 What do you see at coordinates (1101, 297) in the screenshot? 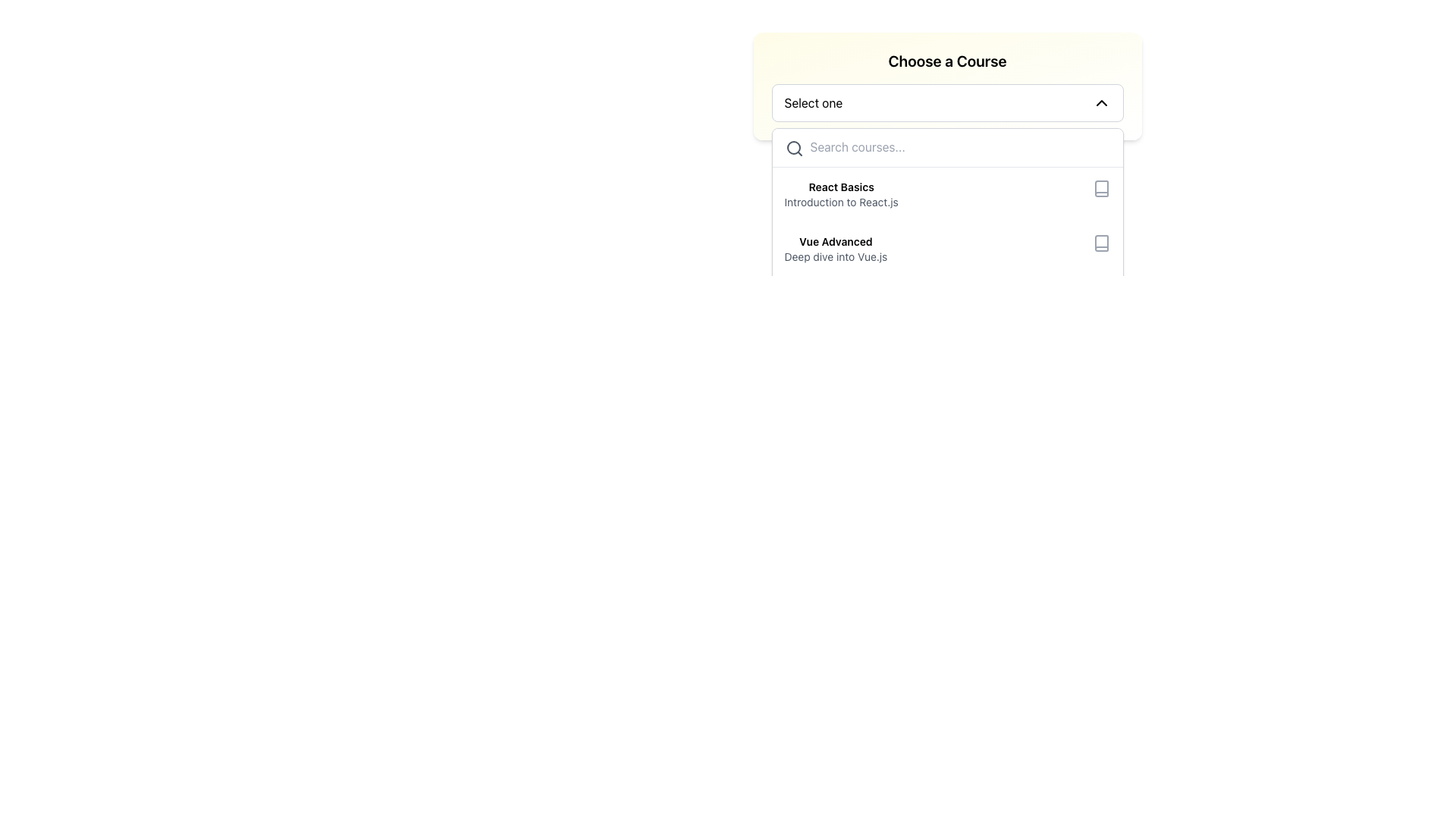
I see `the graphical representation of the book icon, which is a hollow outline styled in gray, located at the bottom right of the dropdown list` at bounding box center [1101, 297].